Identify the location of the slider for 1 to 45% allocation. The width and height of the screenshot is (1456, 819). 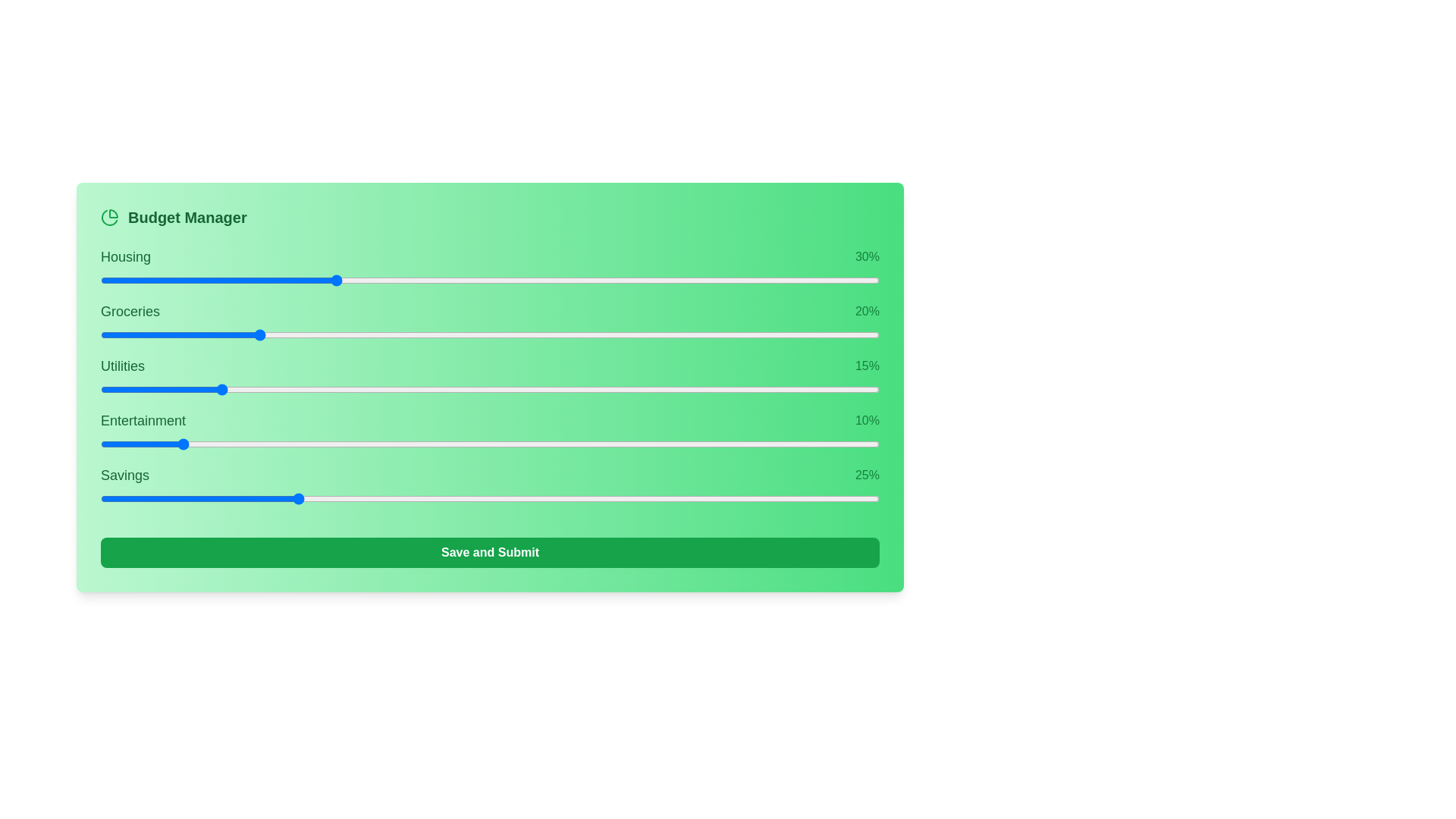
(665, 334).